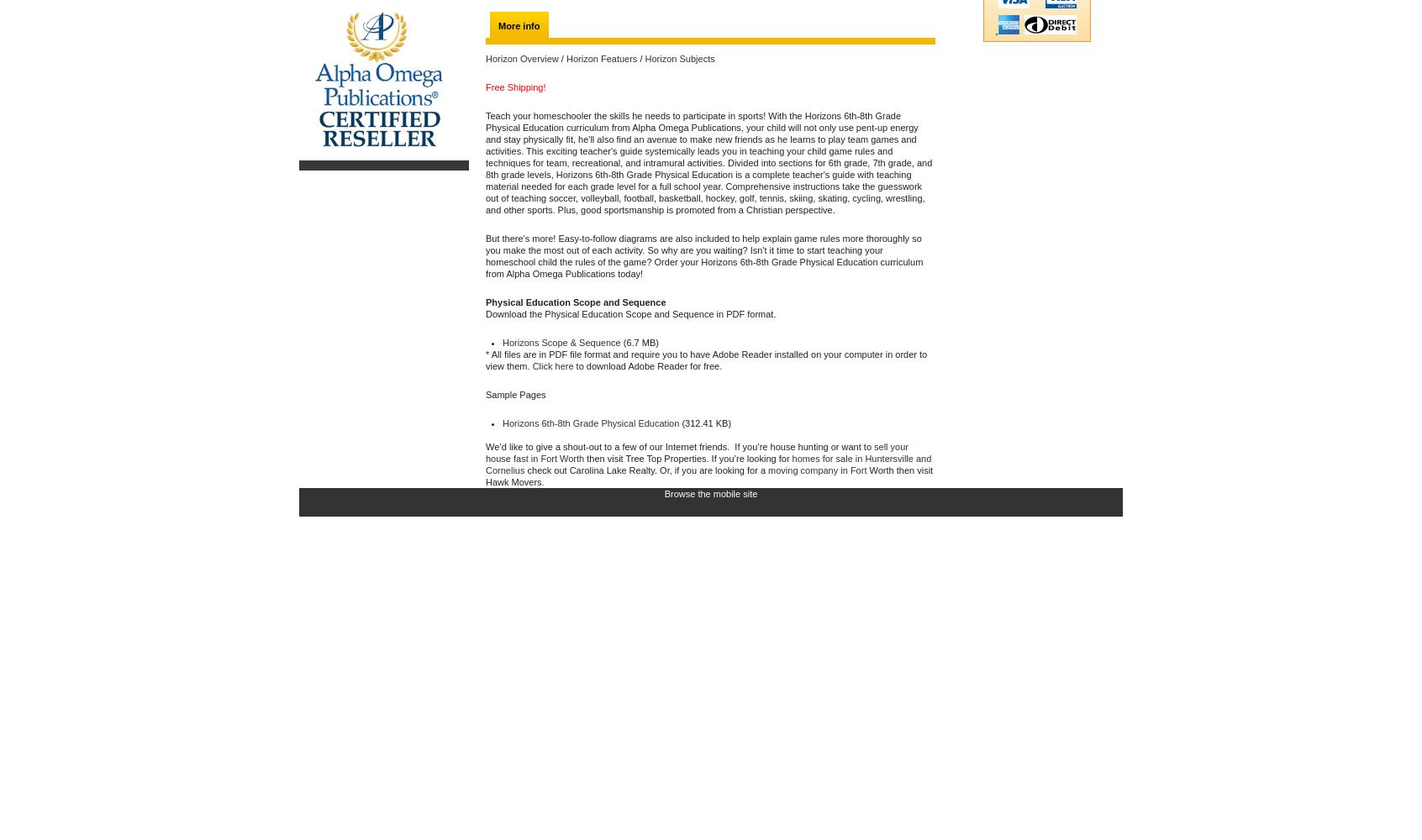 The image size is (1422, 840). What do you see at coordinates (708, 465) in the screenshot?
I see `'homes for sale in Huntersville and Cornelius'` at bounding box center [708, 465].